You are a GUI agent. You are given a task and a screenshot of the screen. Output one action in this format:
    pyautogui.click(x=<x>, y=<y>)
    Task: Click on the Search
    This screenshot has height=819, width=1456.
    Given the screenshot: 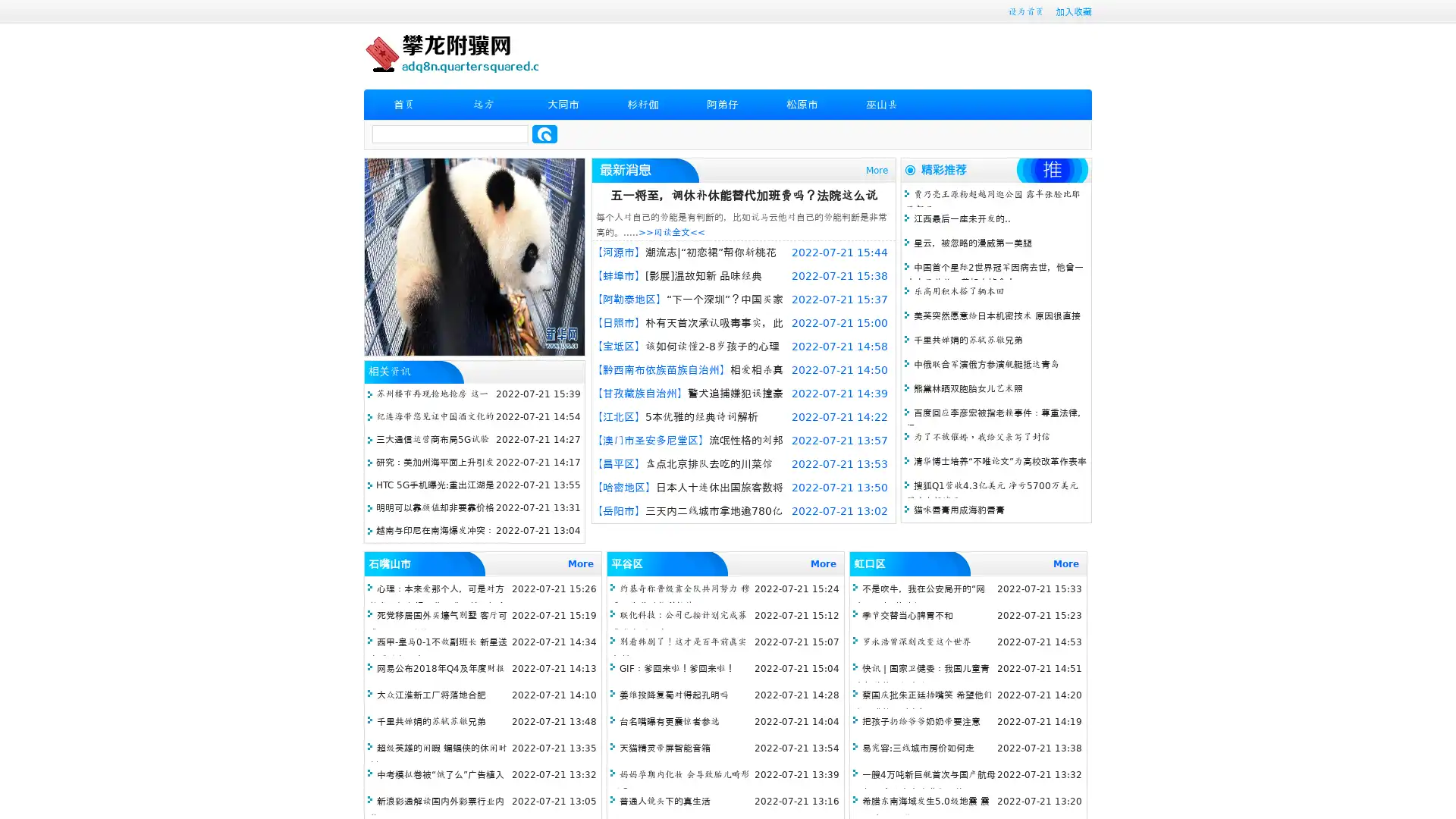 What is the action you would take?
    pyautogui.click(x=544, y=133)
    